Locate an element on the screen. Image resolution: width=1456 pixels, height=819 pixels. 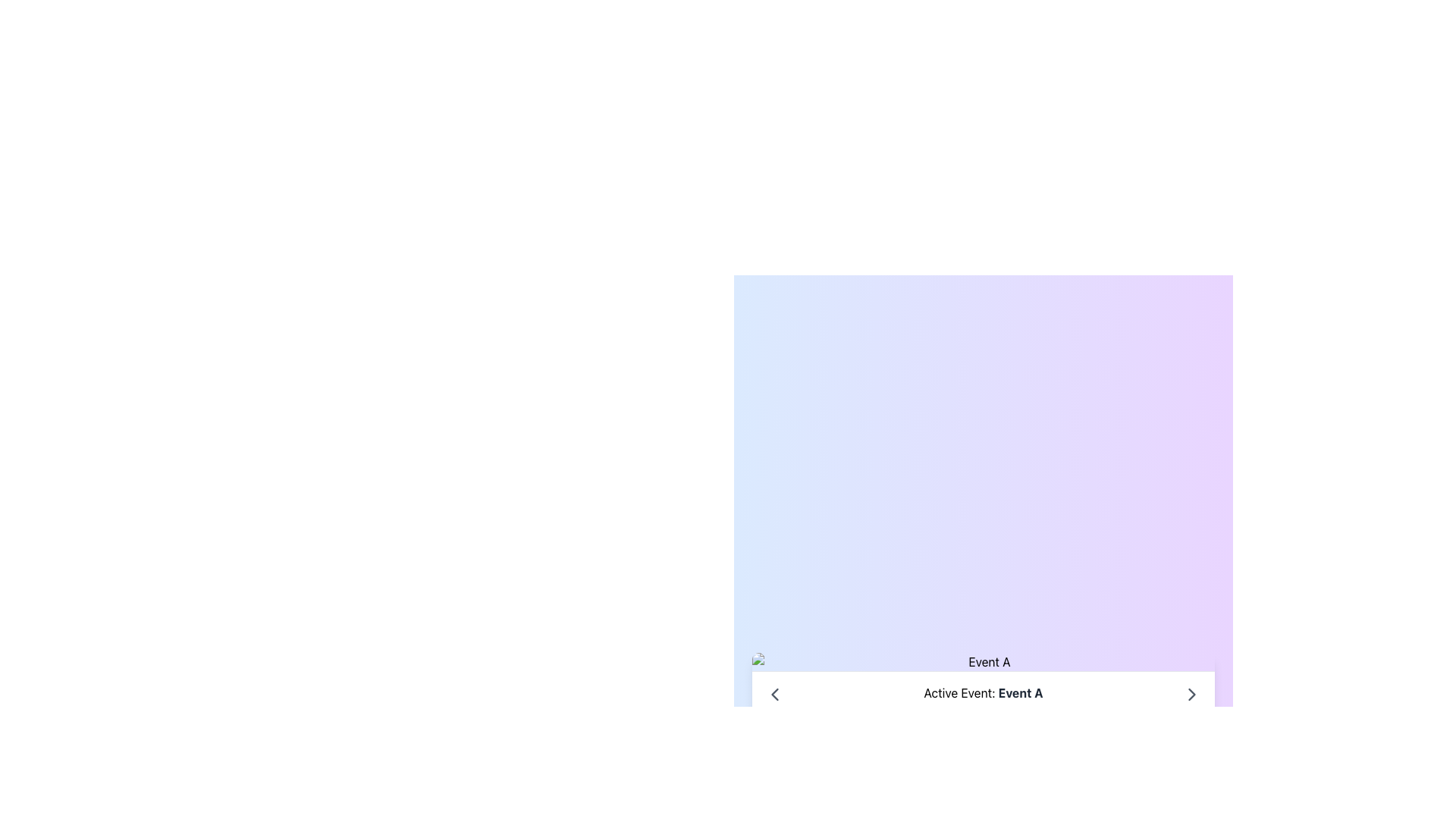
the navigation button located on the far right end of the bottom white bar is located at coordinates (1191, 693).